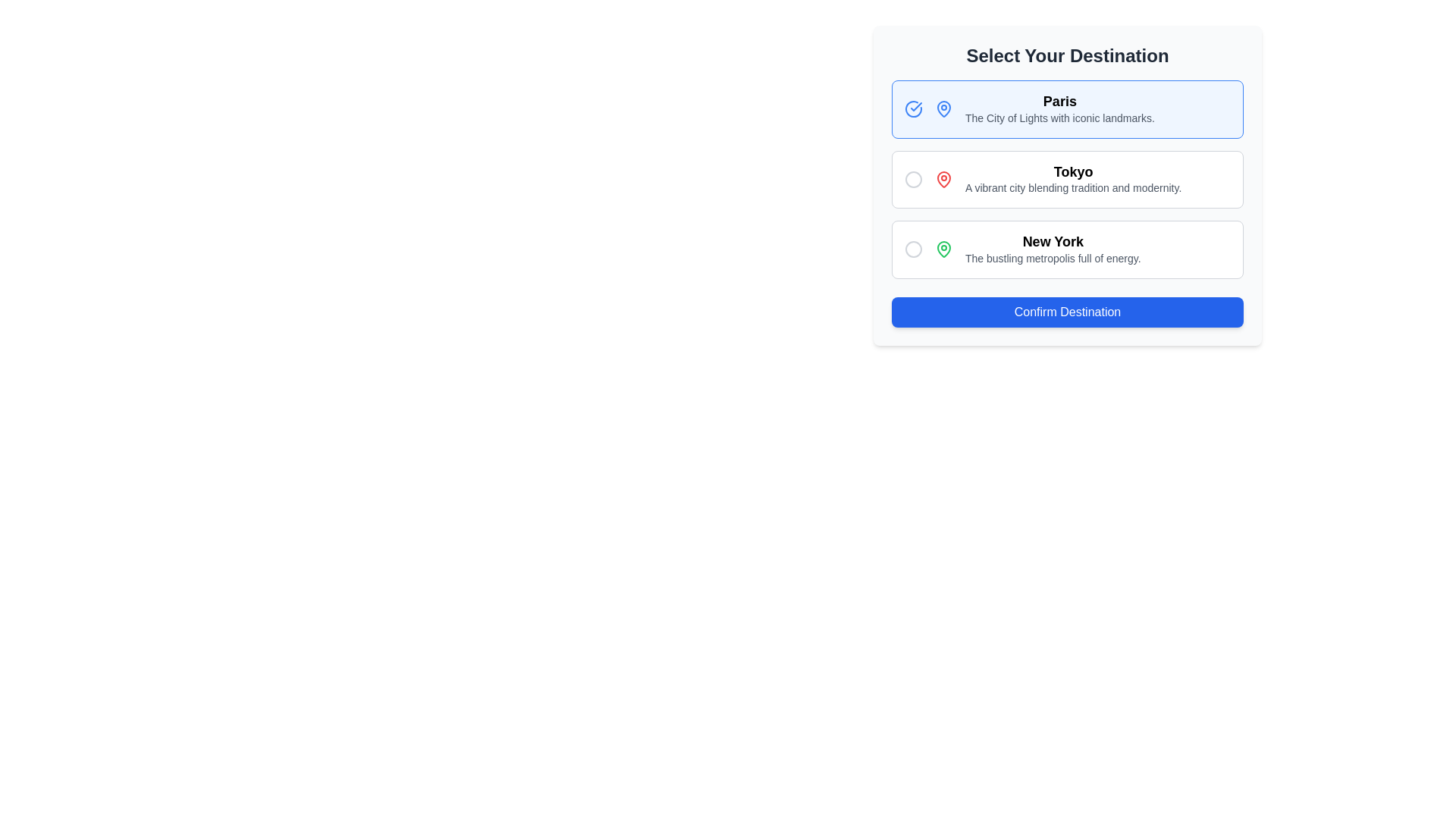 The image size is (1456, 819). Describe the element at coordinates (1052, 241) in the screenshot. I see `the title text for the New York section, which is located above the description text 'The bustling metropolis full of energy.' in the 'Select Your Destination' form` at that location.